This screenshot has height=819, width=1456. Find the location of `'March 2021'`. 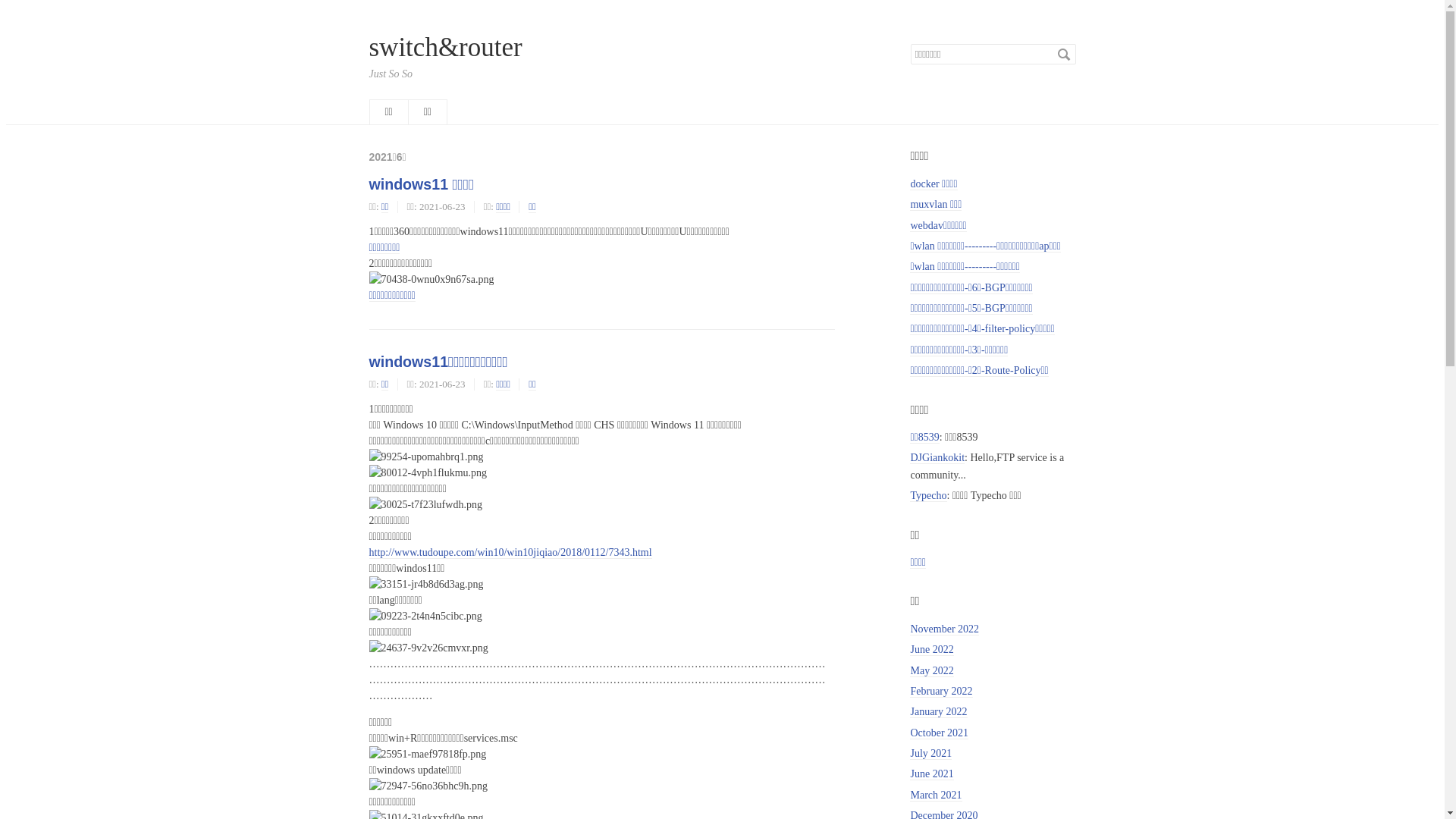

'March 2021' is located at coordinates (934, 795).